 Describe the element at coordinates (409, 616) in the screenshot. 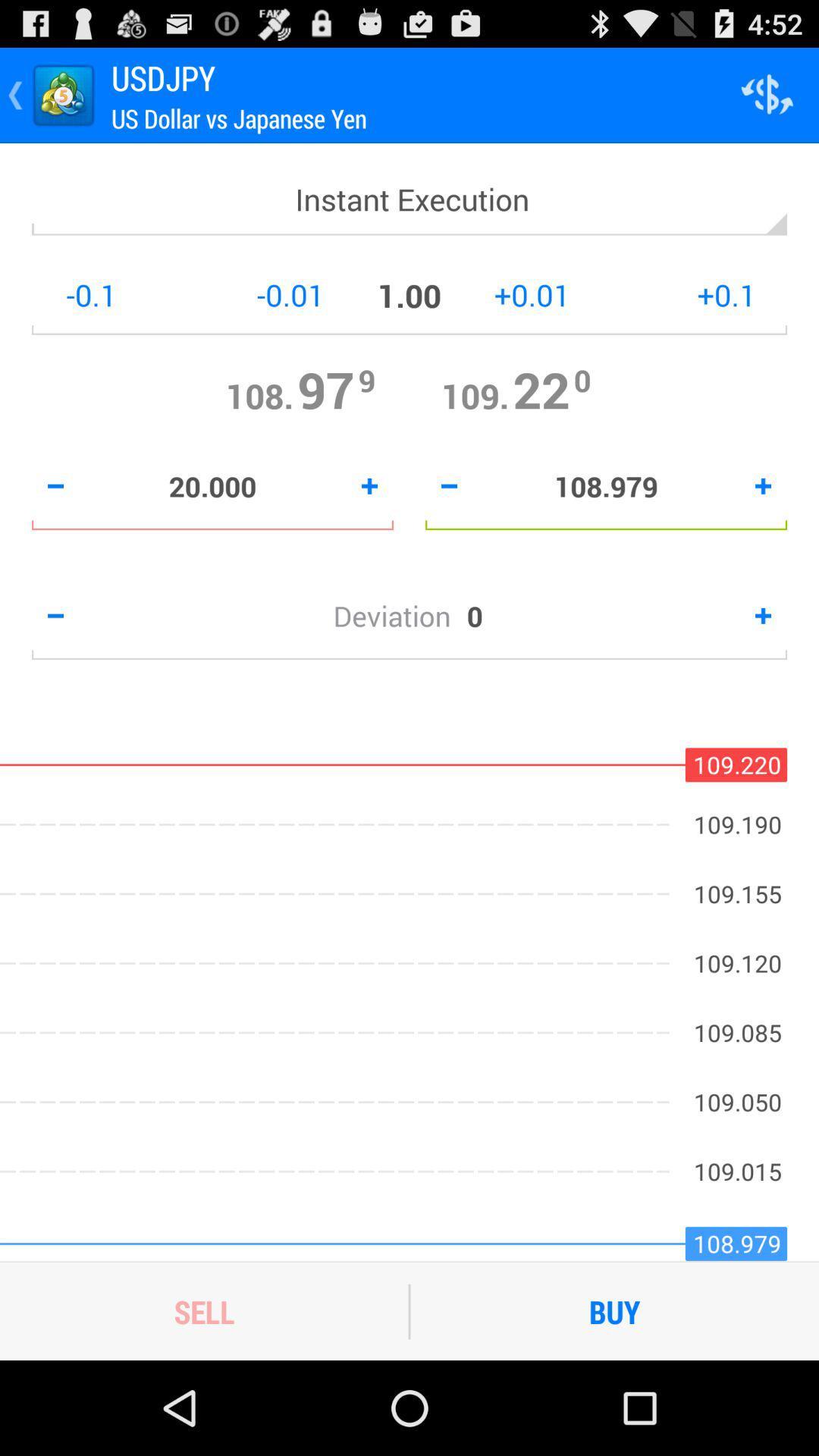

I see `the deviation 0` at that location.